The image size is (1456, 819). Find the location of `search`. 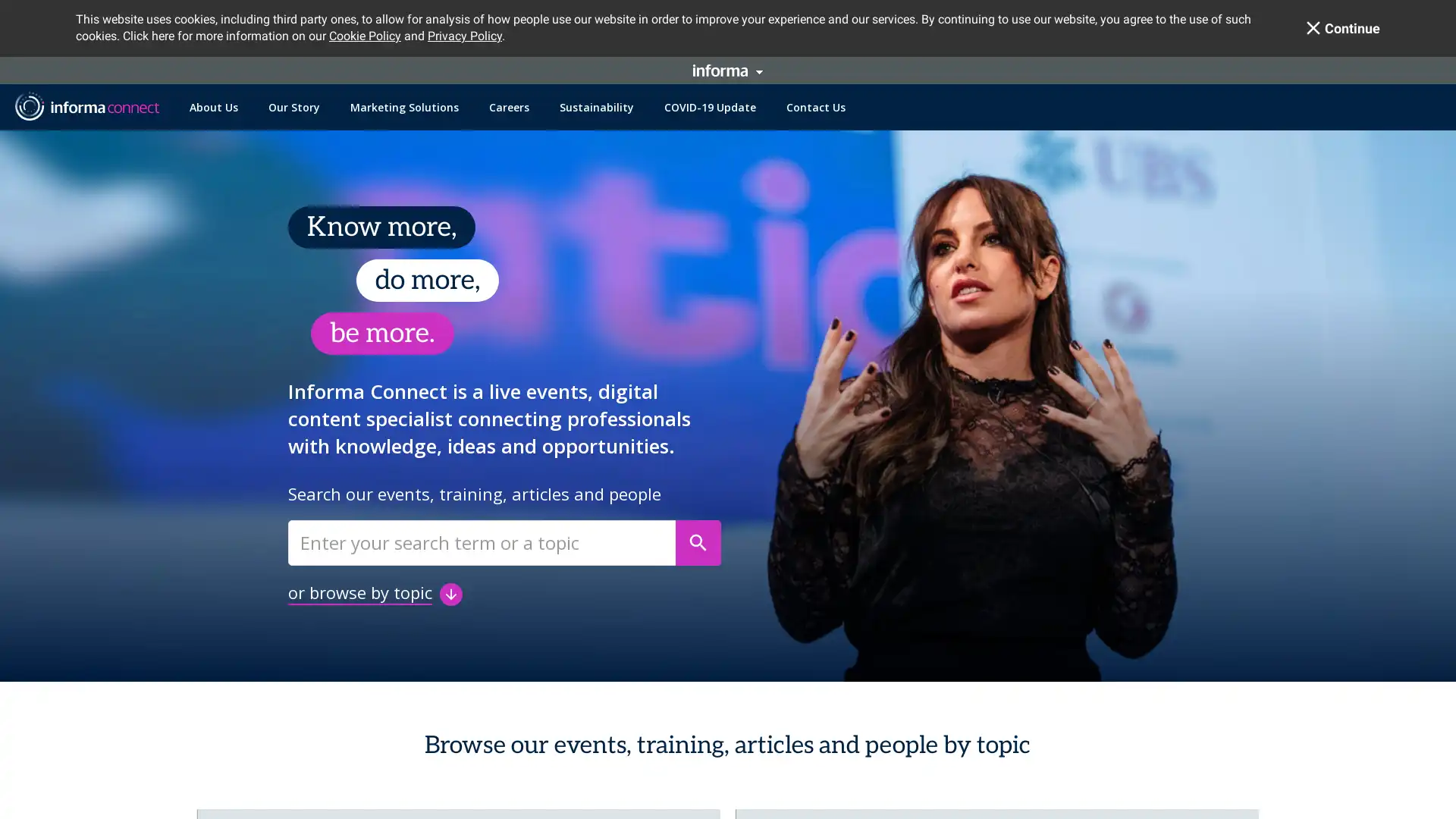

search is located at coordinates (698, 542).